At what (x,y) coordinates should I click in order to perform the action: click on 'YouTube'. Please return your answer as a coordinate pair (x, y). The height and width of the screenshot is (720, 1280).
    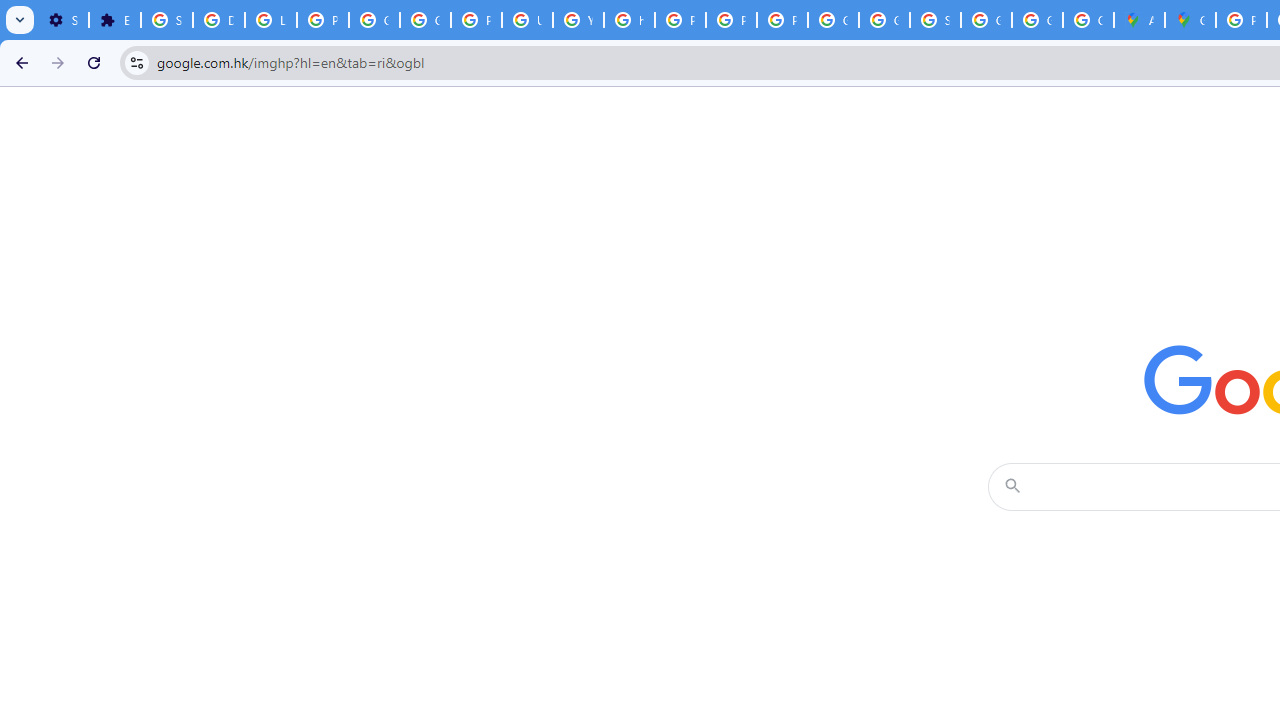
    Looking at the image, I should click on (577, 20).